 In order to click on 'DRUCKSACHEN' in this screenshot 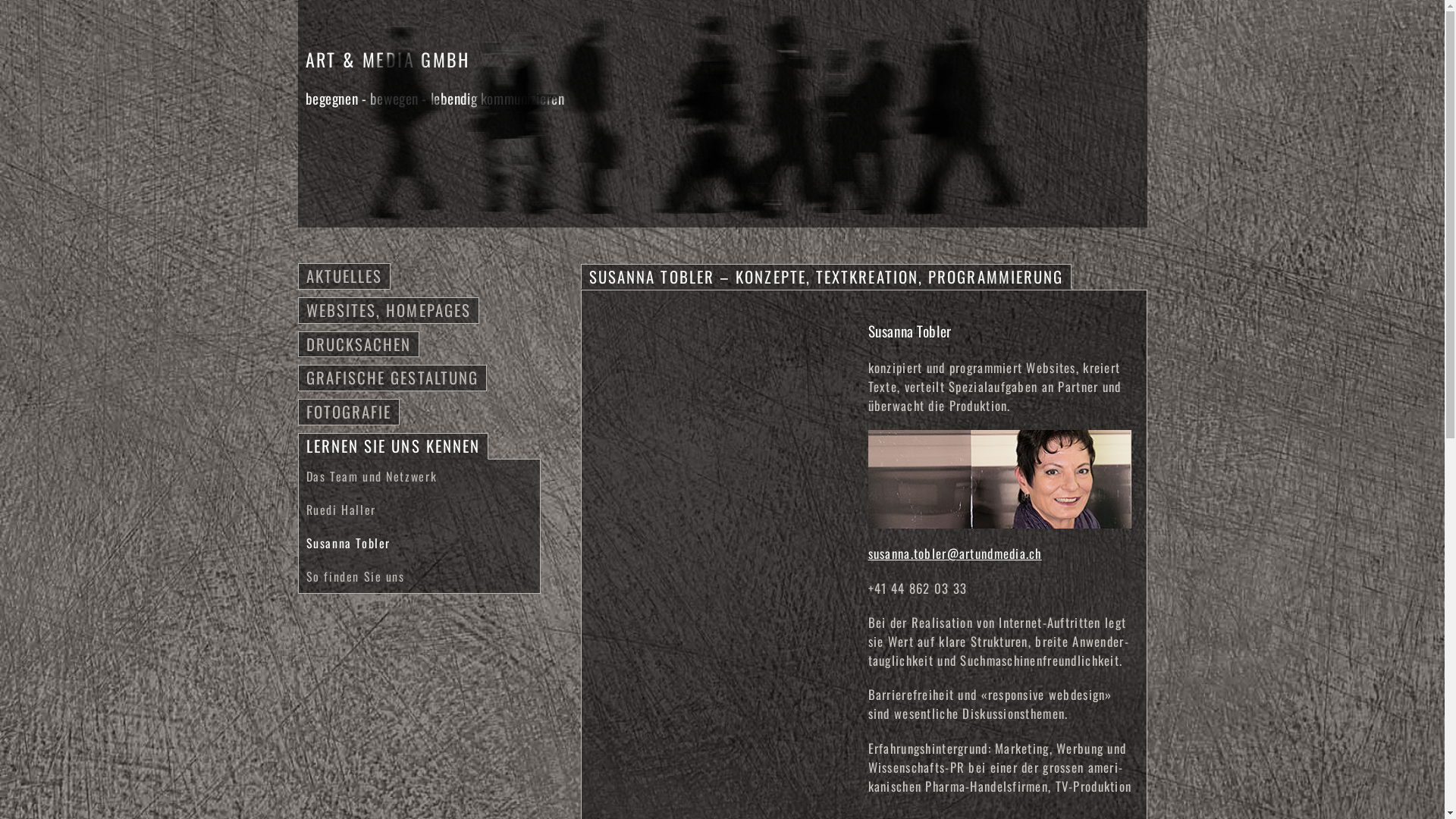, I will do `click(358, 344)`.